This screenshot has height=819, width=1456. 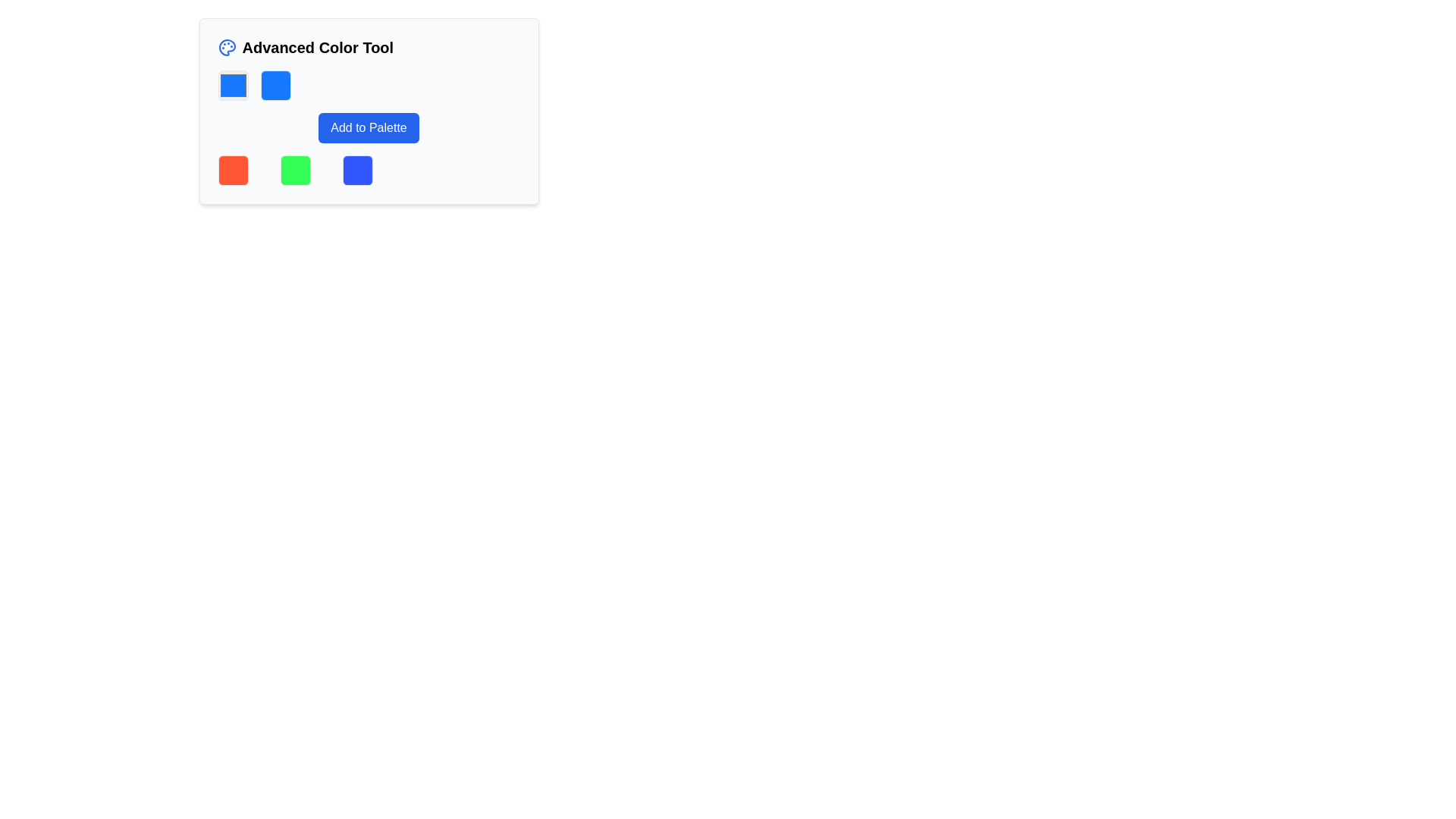 I want to click on the button located in the lower-center area of the 'Advanced Color Tool' card, so click(x=369, y=127).